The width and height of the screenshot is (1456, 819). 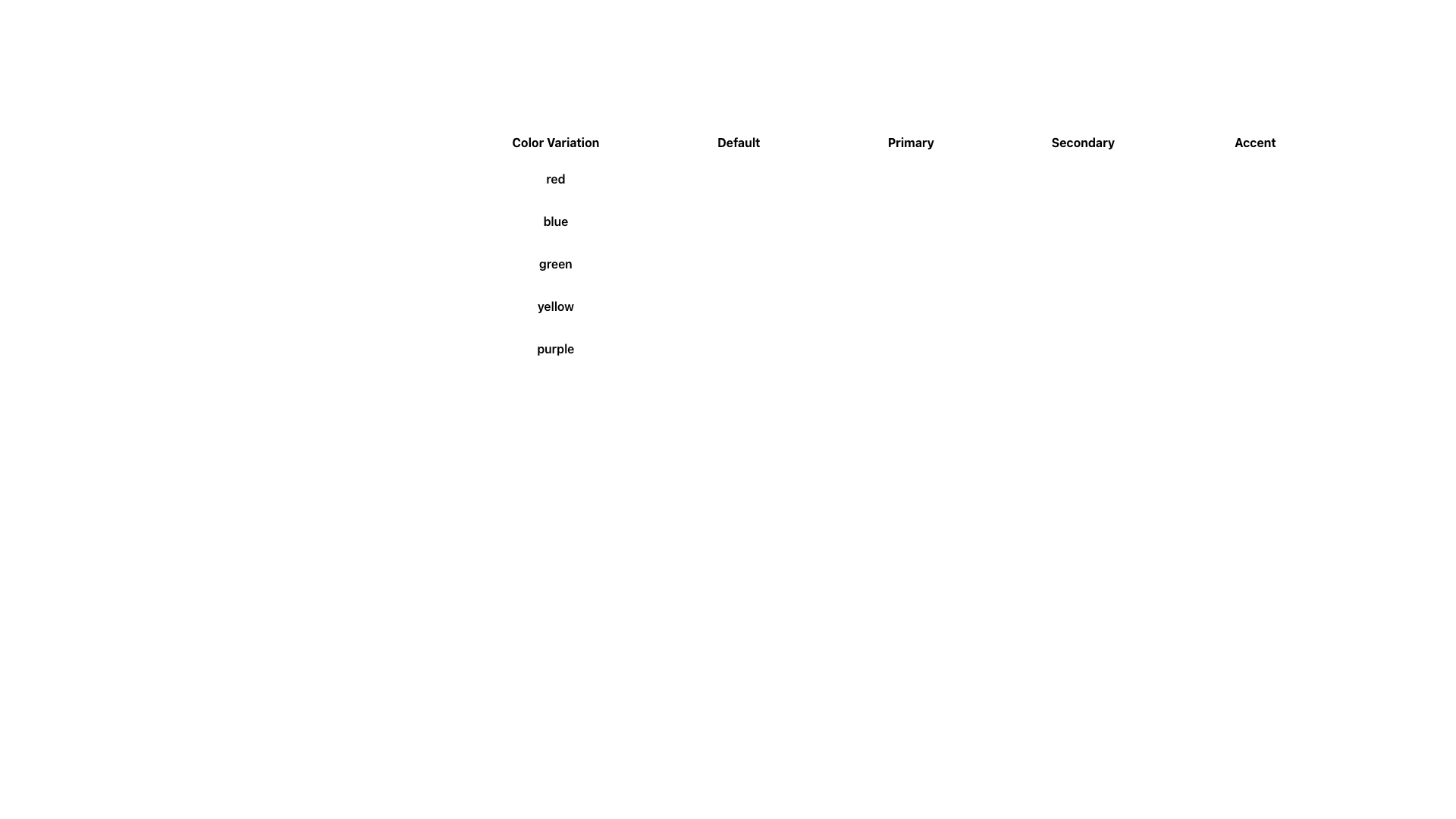 What do you see at coordinates (910, 221) in the screenshot?
I see `the button indicating a selection related to the color blue, which is the third item in a horizontal group located in the center-right section of the layout` at bounding box center [910, 221].